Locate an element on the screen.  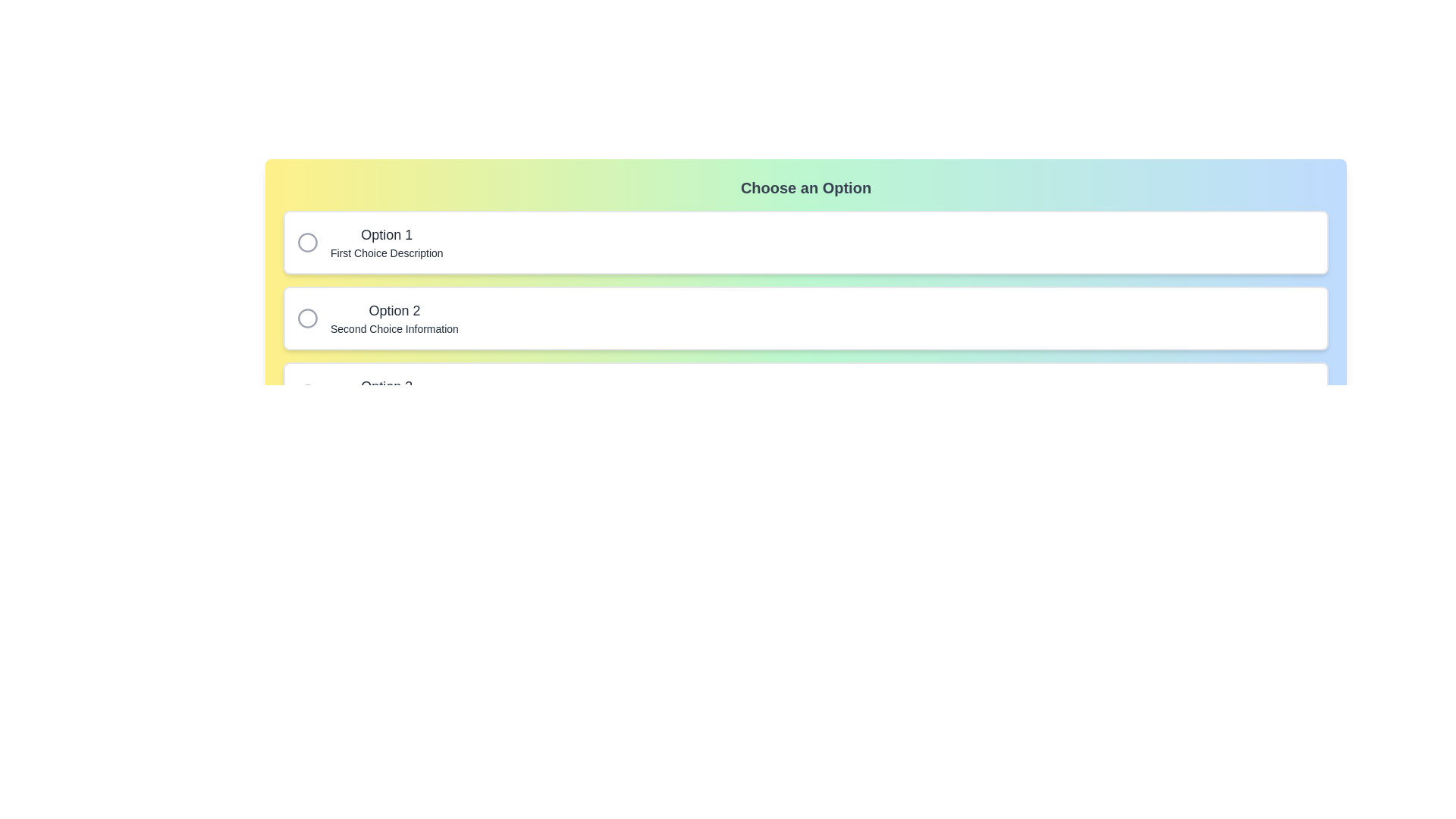
information displayed in the text block that describes the second selectable option in the list, positioned between 'Option 1: First Choice Description' and 'Option 3.' is located at coordinates (394, 318).